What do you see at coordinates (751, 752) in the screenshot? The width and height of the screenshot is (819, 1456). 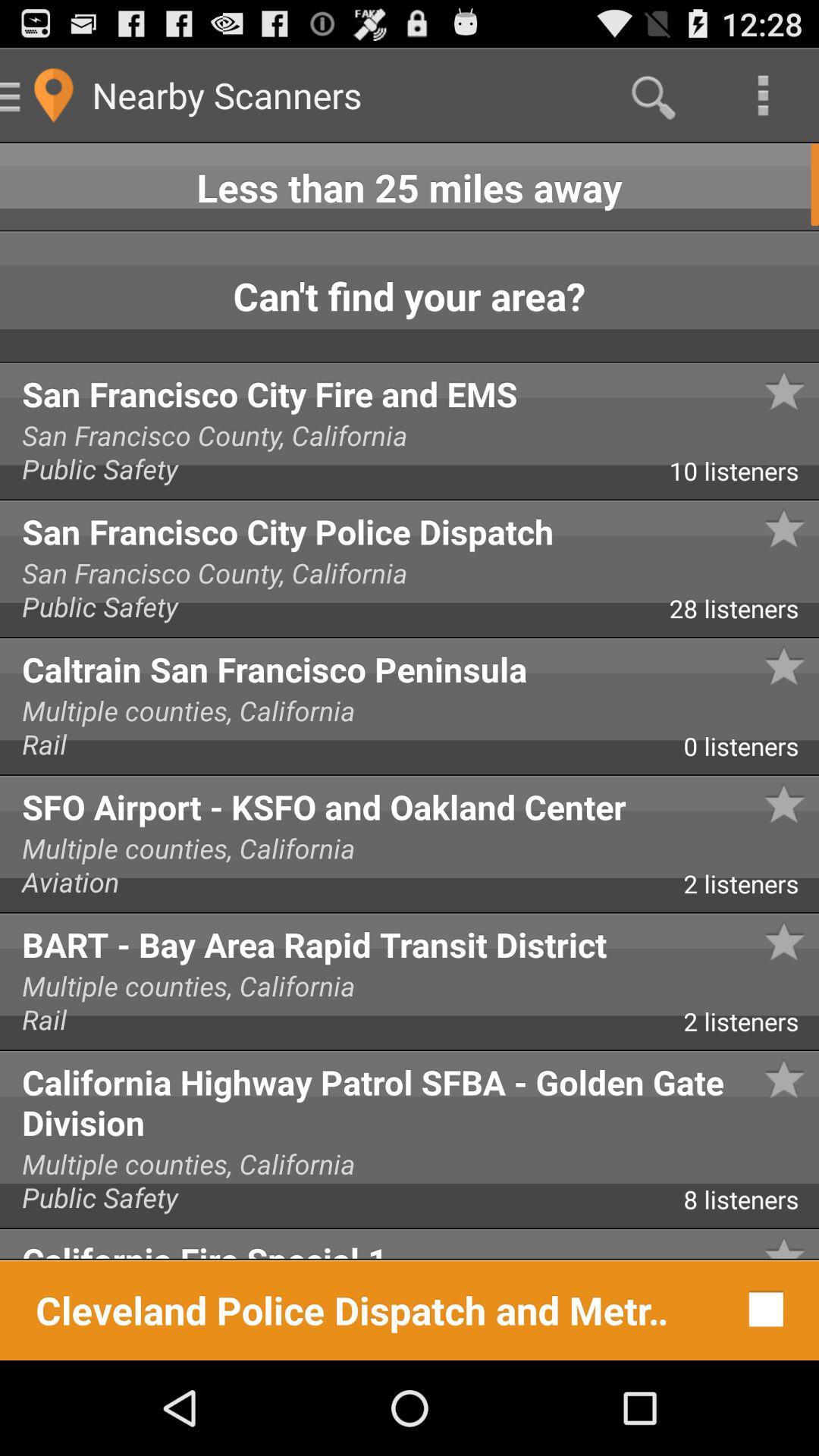 I see `the 0 listeners item` at bounding box center [751, 752].